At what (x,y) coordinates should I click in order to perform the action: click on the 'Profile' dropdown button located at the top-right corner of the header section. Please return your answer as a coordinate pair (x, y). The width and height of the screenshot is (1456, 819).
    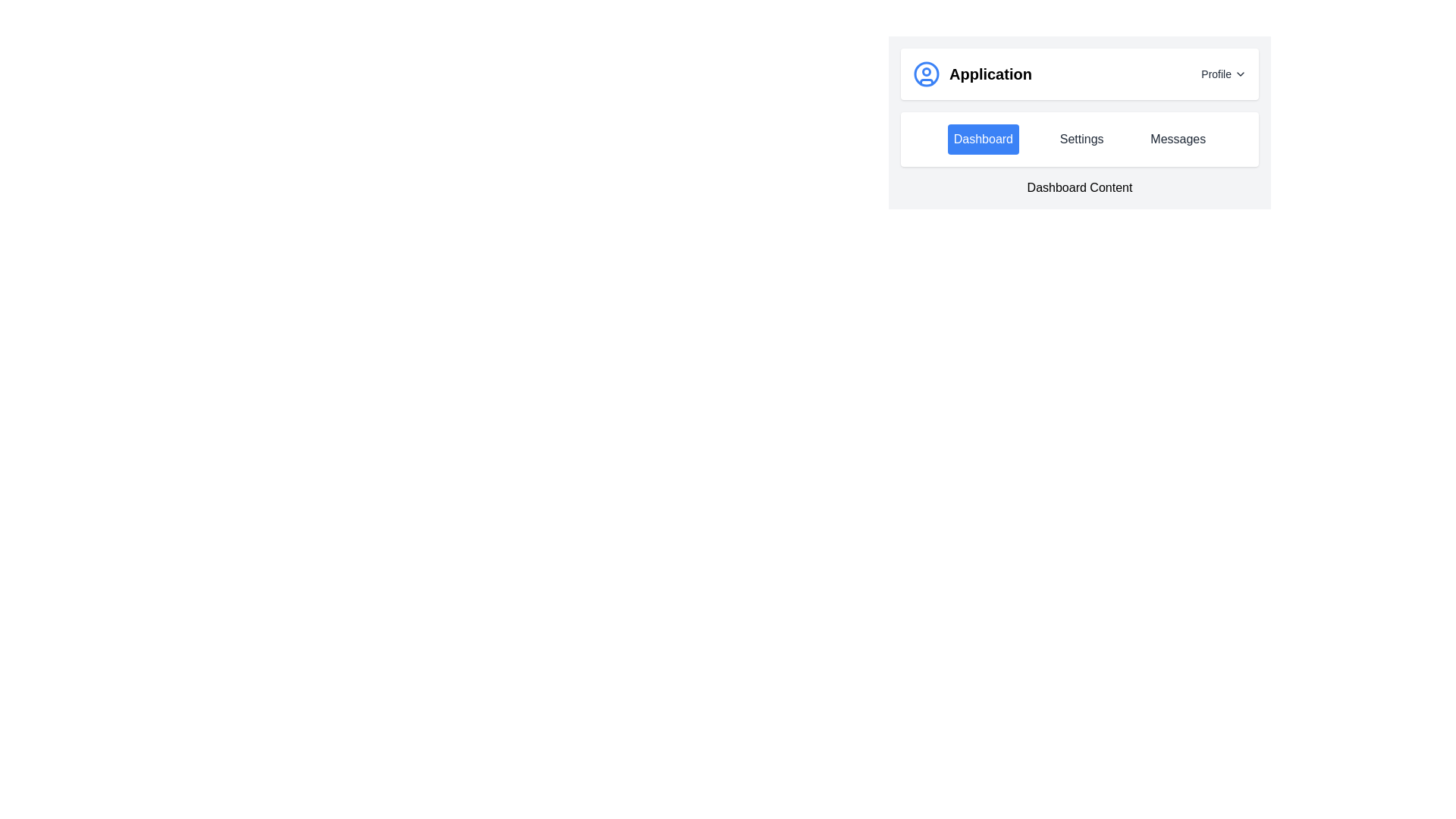
    Looking at the image, I should click on (1224, 74).